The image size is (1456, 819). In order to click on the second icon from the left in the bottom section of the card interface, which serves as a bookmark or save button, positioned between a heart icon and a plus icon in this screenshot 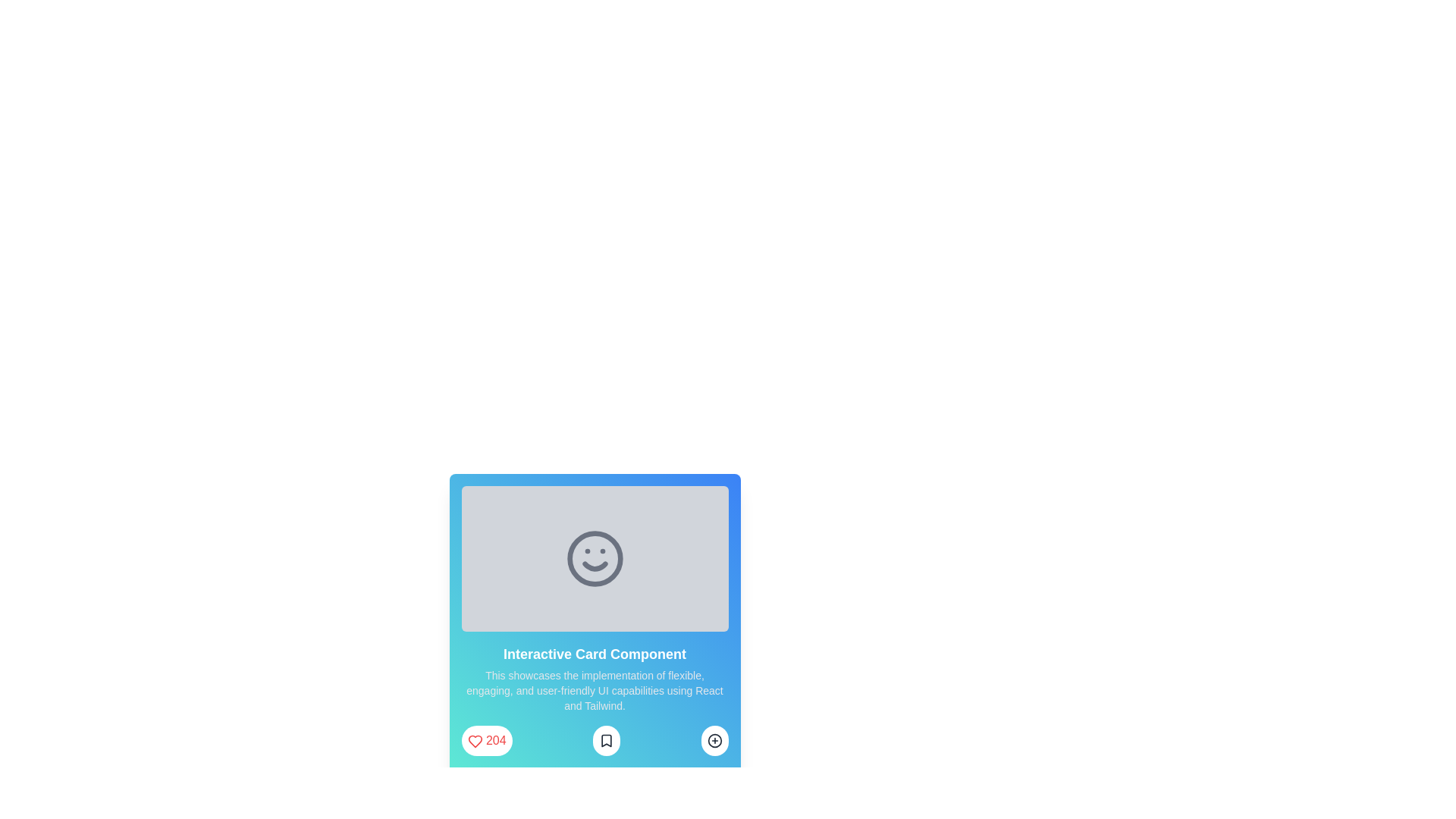, I will do `click(607, 739)`.